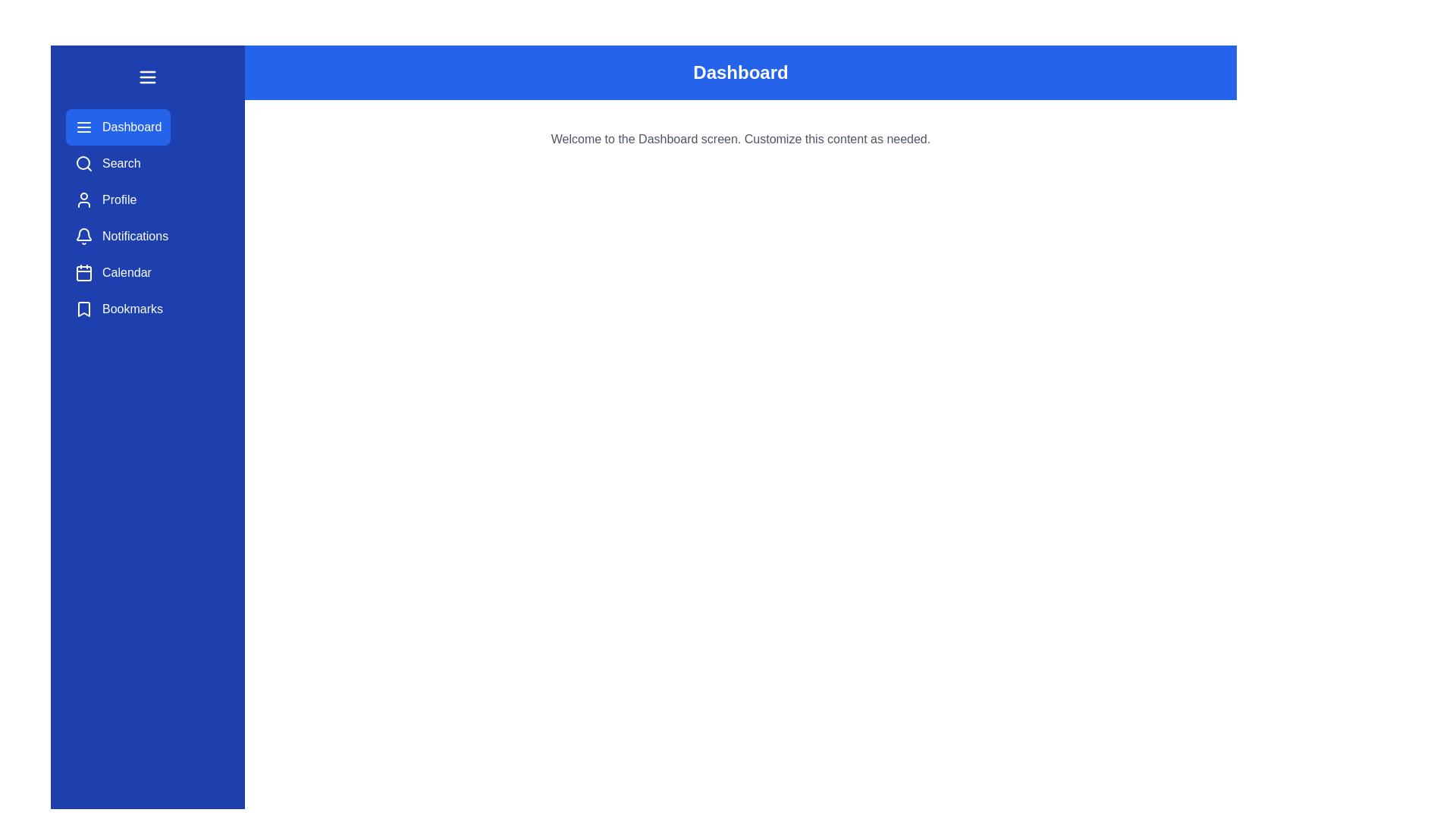 This screenshot has width=1456, height=819. I want to click on 'Calendar' text label located in the left vertical navigation bar, which is the fifth entry among other navigation items, so click(127, 271).